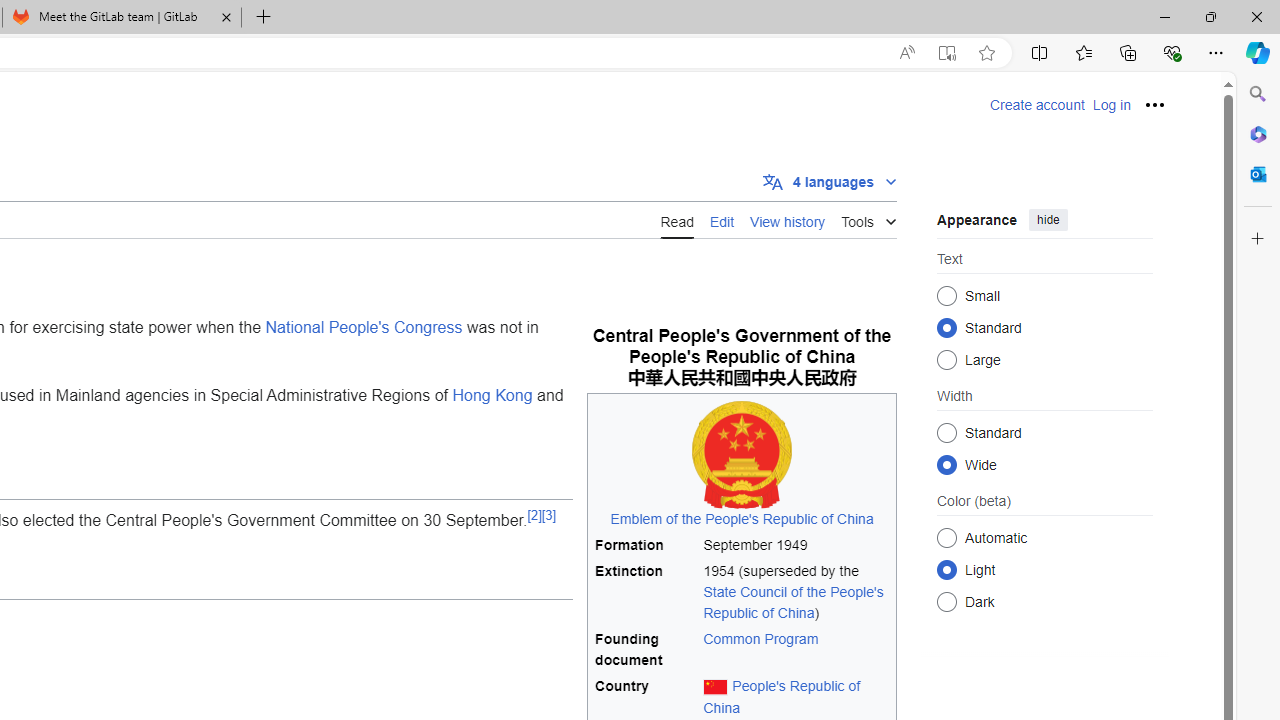  What do you see at coordinates (786, 219) in the screenshot?
I see `'View history'` at bounding box center [786, 219].